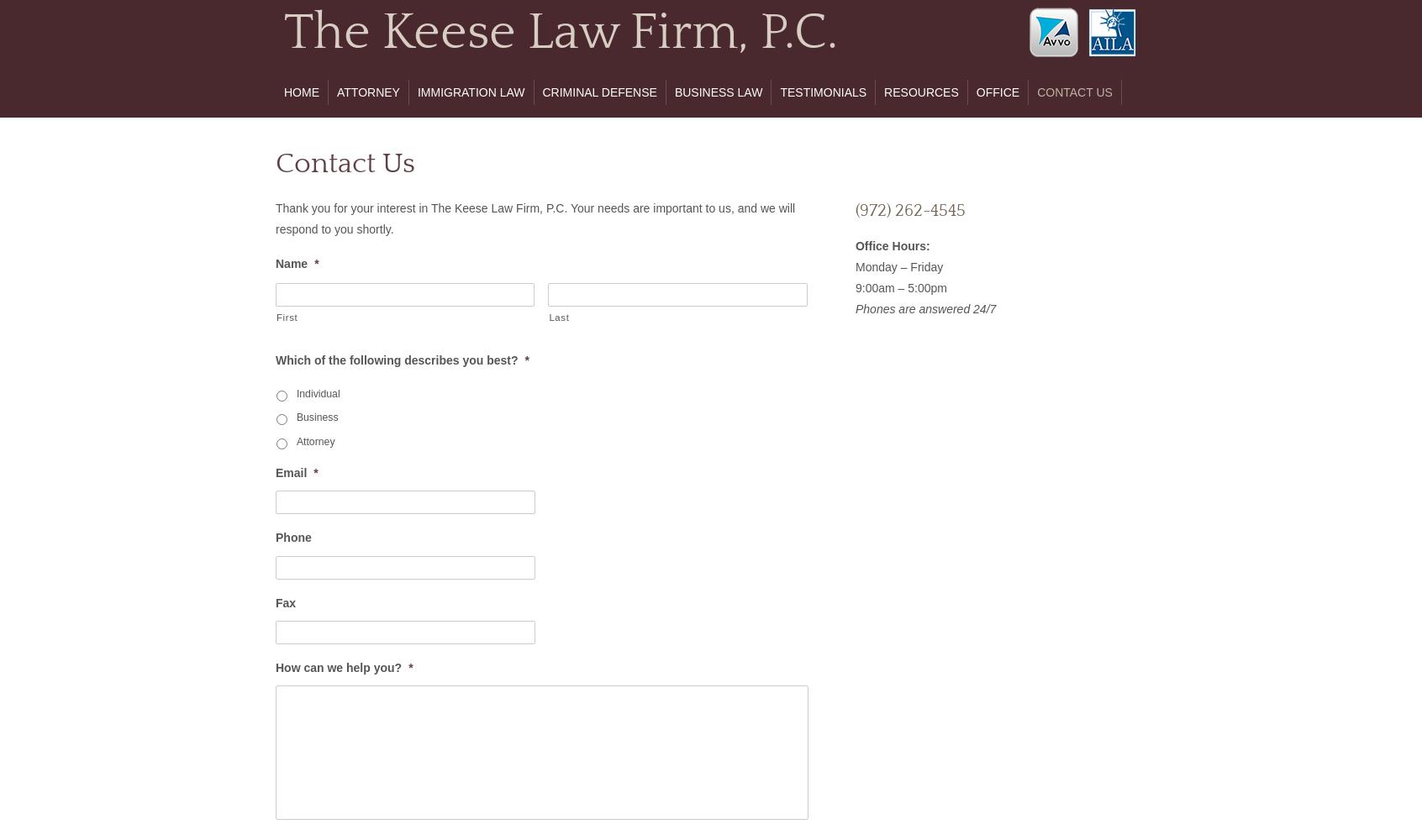 Image resolution: width=1422 pixels, height=840 pixels. Describe the element at coordinates (284, 601) in the screenshot. I see `'Fax'` at that location.